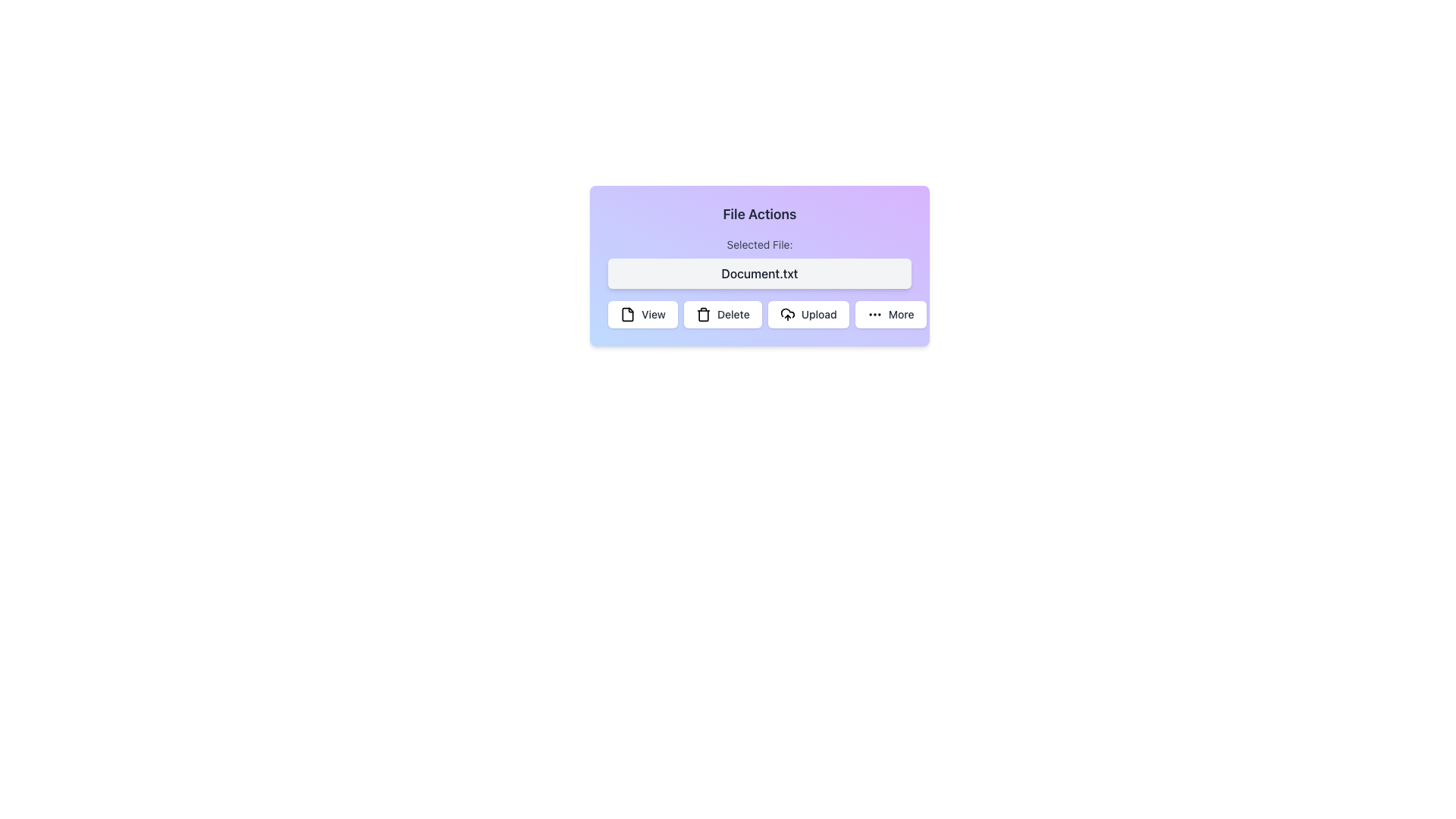 Image resolution: width=1456 pixels, height=819 pixels. What do you see at coordinates (702, 314) in the screenshot?
I see `the delete icon located to the left of the text label 'Delete' within the second button of a horizontal group of buttons at the bottom of a card layout` at bounding box center [702, 314].